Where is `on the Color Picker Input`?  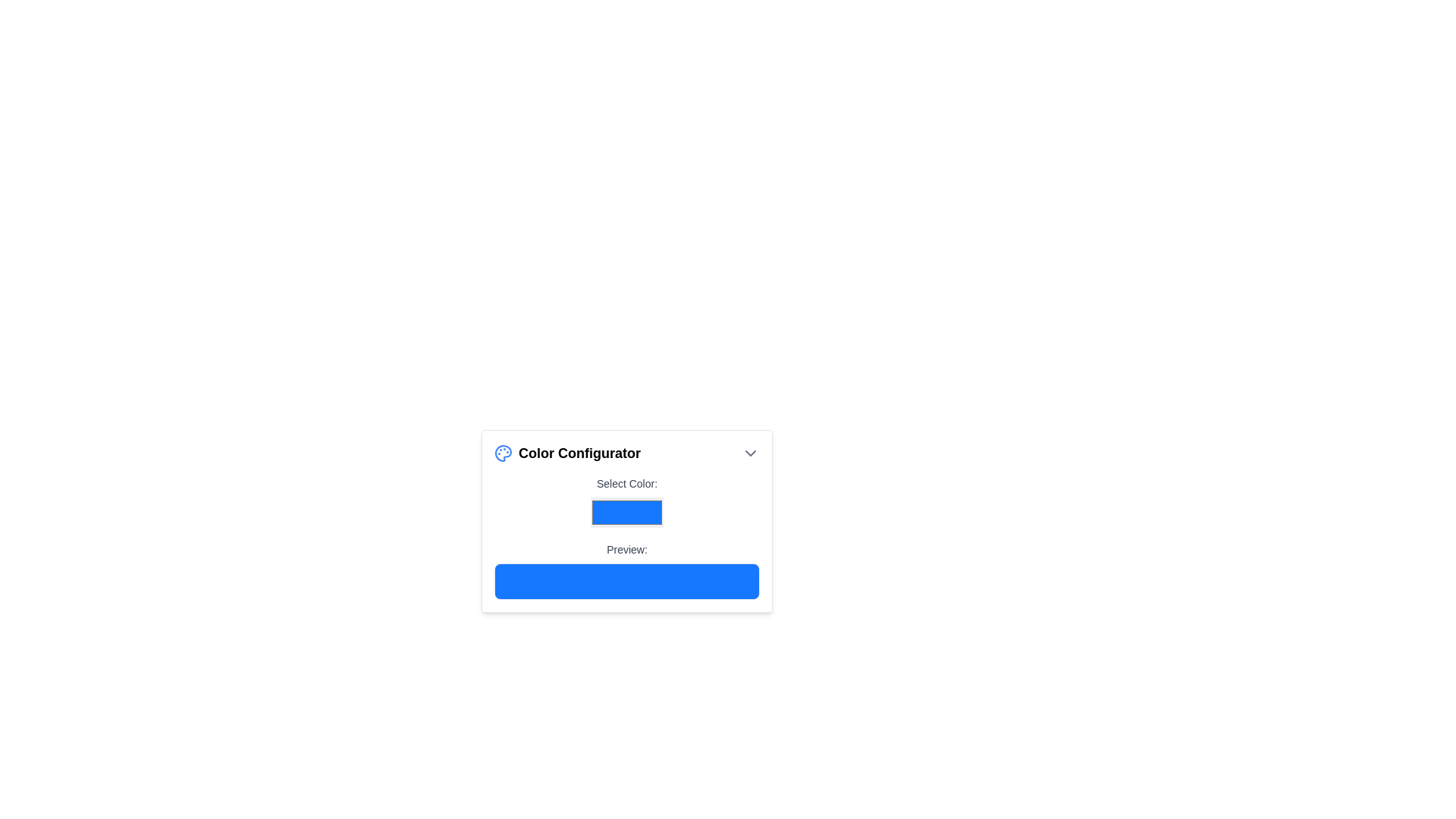 on the Color Picker Input is located at coordinates (626, 512).